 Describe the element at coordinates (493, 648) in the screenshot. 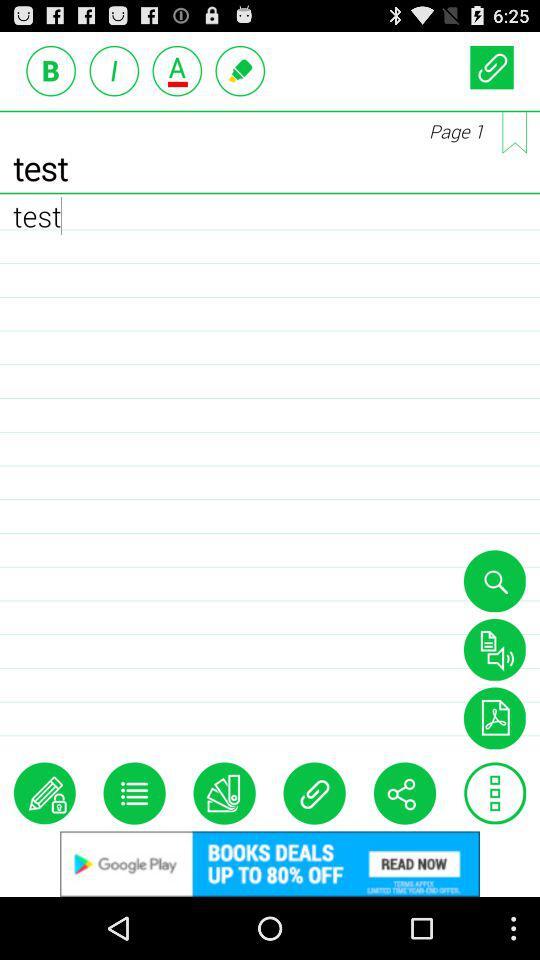

I see `save` at that location.